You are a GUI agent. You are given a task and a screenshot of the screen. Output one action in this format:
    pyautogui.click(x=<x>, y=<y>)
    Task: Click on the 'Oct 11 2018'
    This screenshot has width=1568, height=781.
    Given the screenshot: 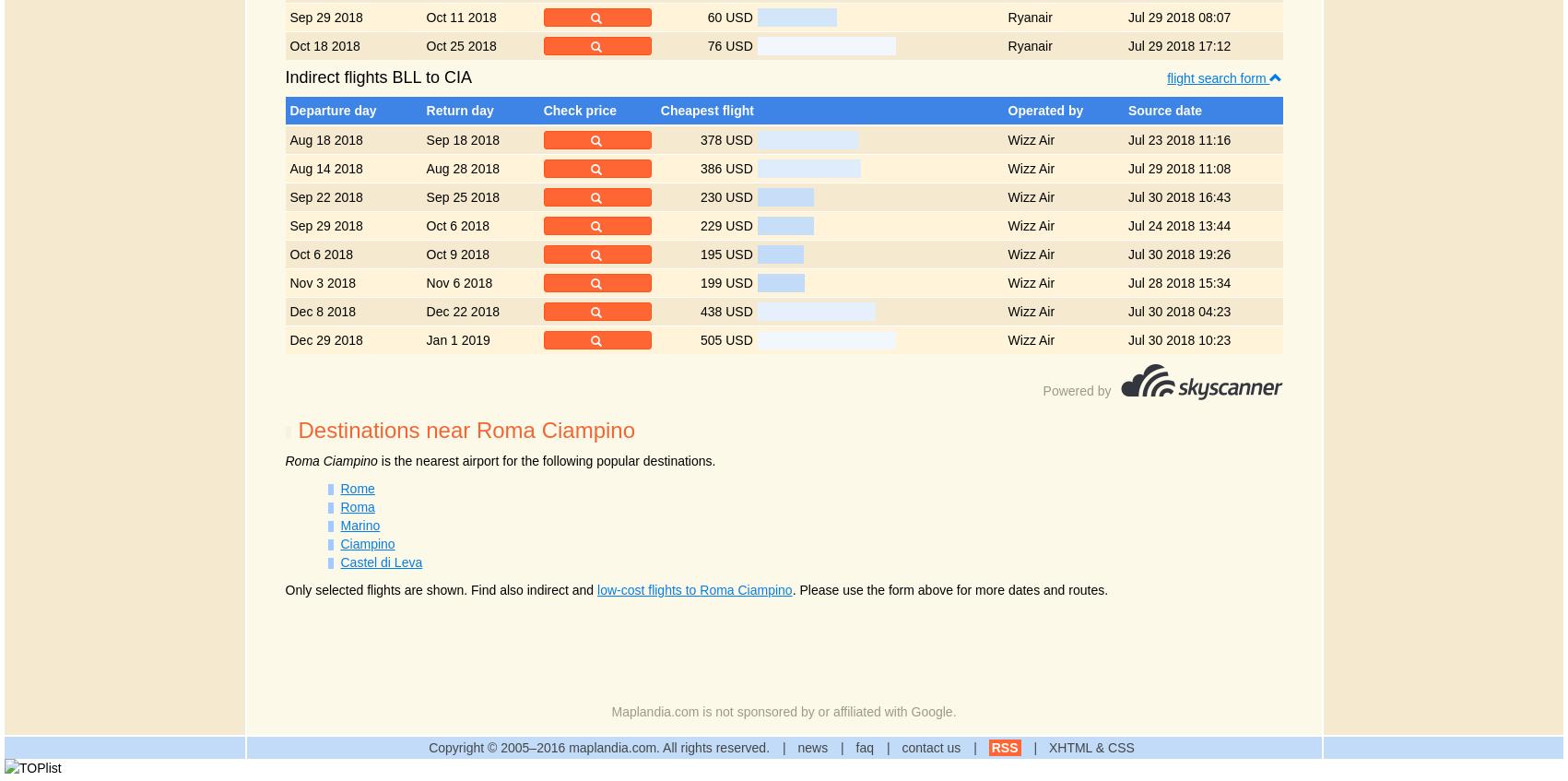 What is the action you would take?
    pyautogui.click(x=460, y=16)
    